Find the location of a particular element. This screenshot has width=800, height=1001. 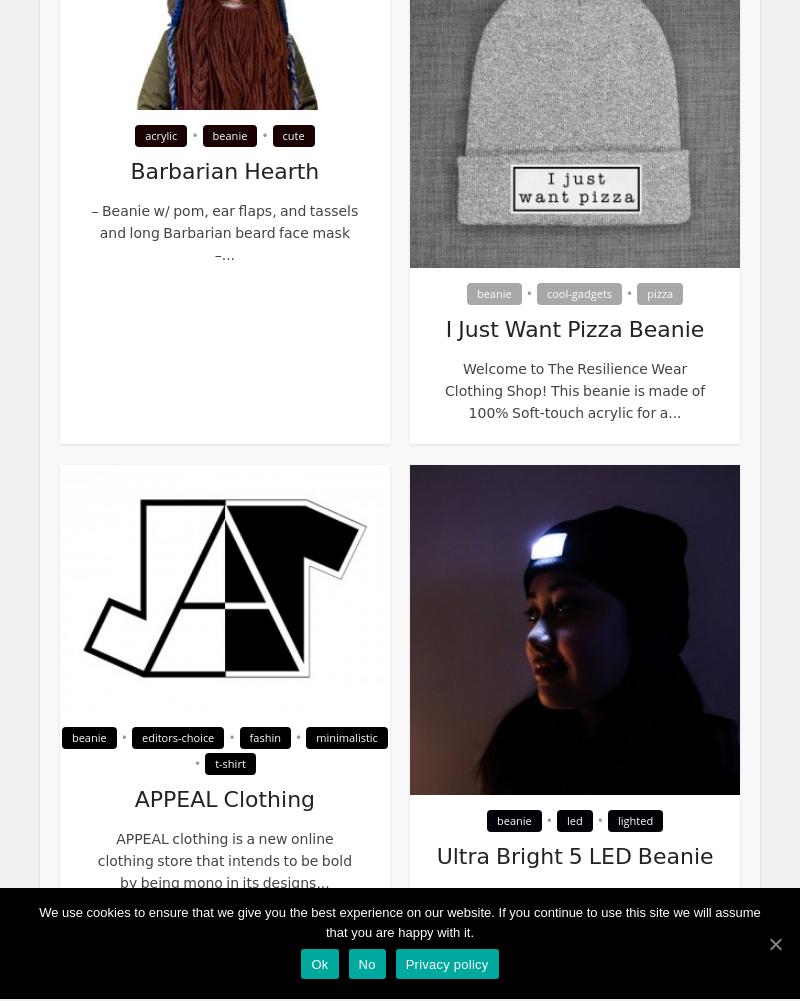

'Barbarian Hearth' is located at coordinates (224, 170).